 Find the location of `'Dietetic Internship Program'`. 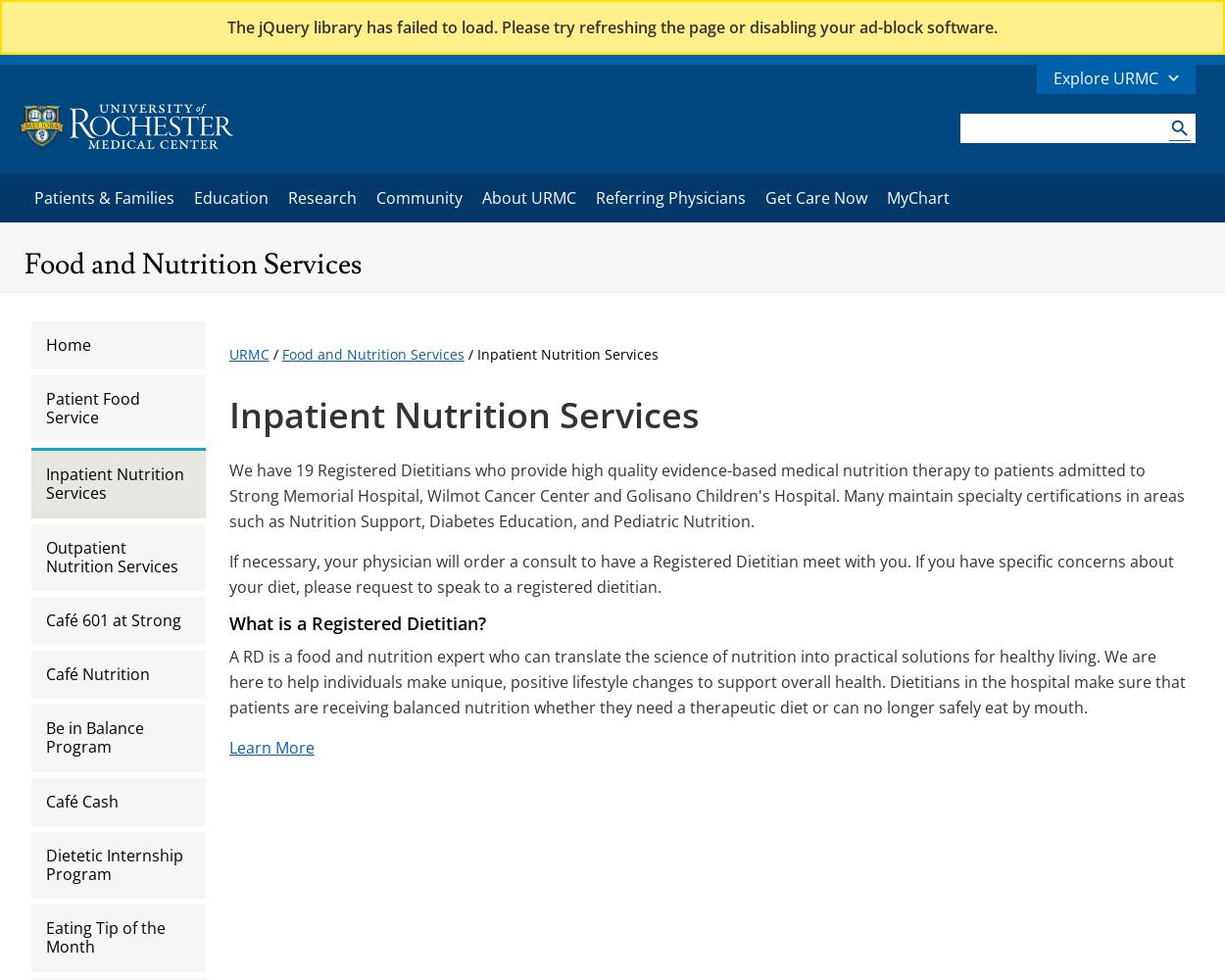

'Dietetic Internship Program' is located at coordinates (114, 864).